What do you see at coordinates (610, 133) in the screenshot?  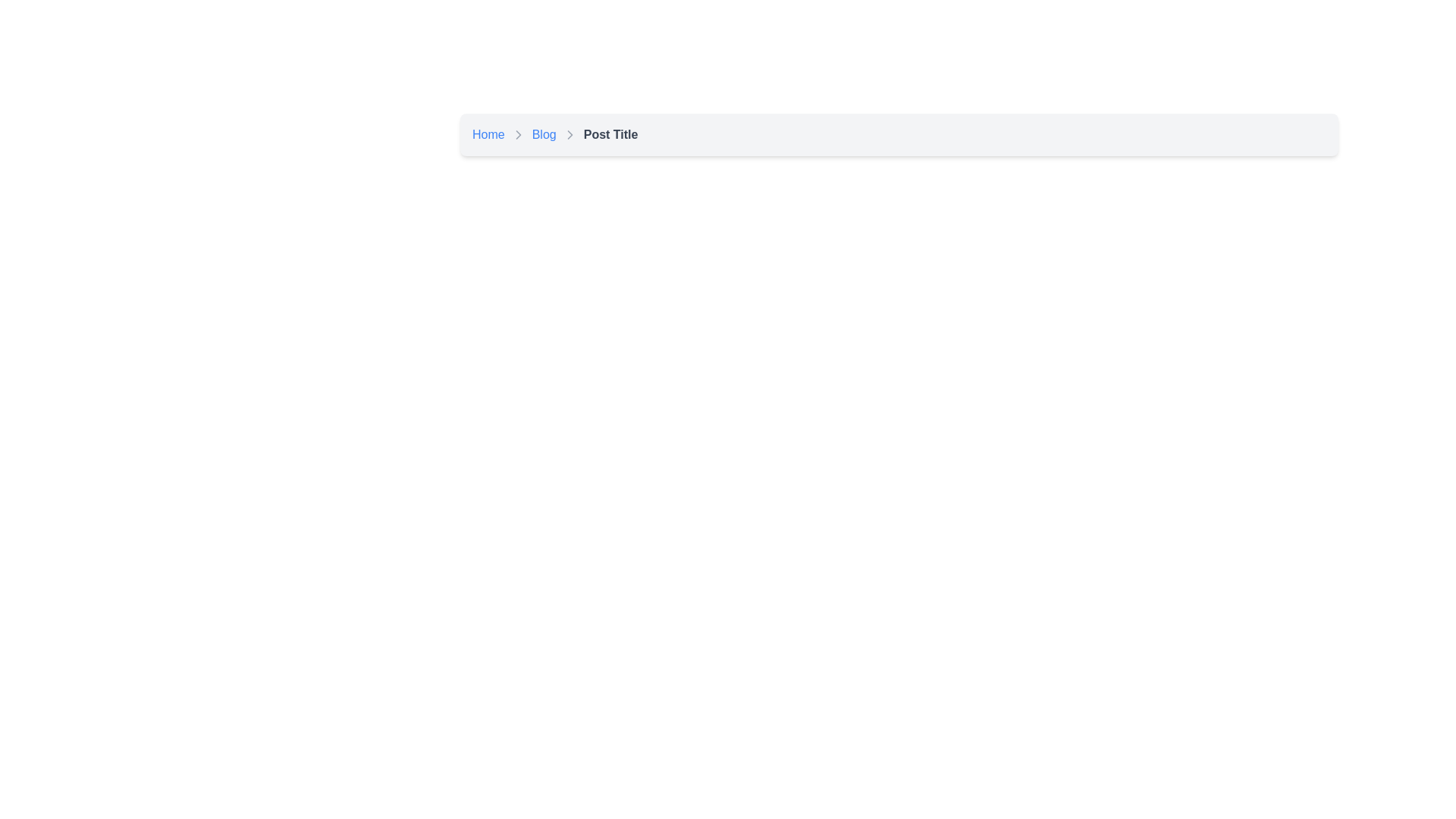 I see `the 'Post Title' text label on the breadcrumb navigation bar, which is styled in bold and dark gray, located on the rightmost side after the 'Blog' link` at bounding box center [610, 133].